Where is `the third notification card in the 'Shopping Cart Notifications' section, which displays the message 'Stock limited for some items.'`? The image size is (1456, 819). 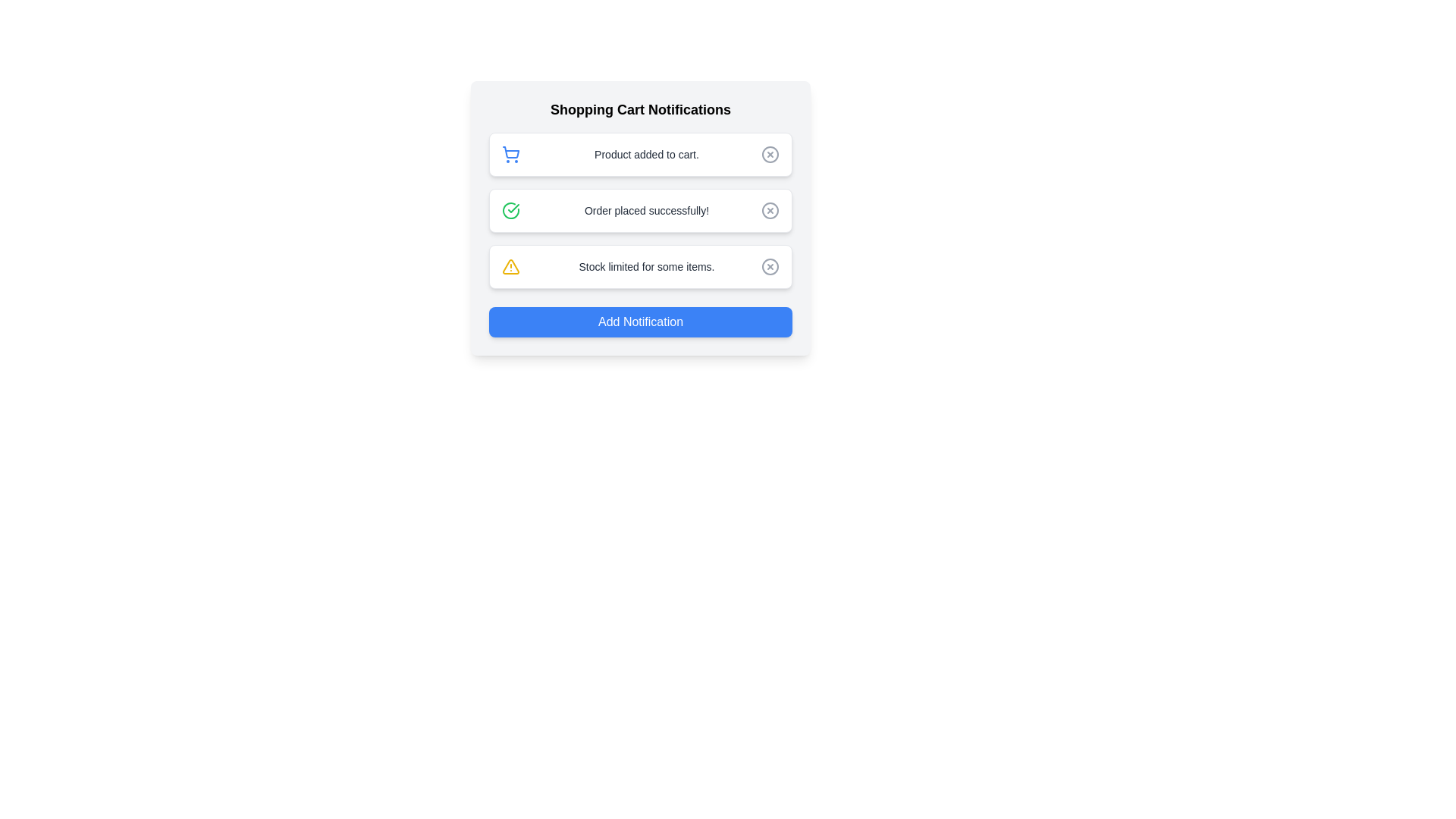
the third notification card in the 'Shopping Cart Notifications' section, which displays the message 'Stock limited for some items.' is located at coordinates (640, 265).